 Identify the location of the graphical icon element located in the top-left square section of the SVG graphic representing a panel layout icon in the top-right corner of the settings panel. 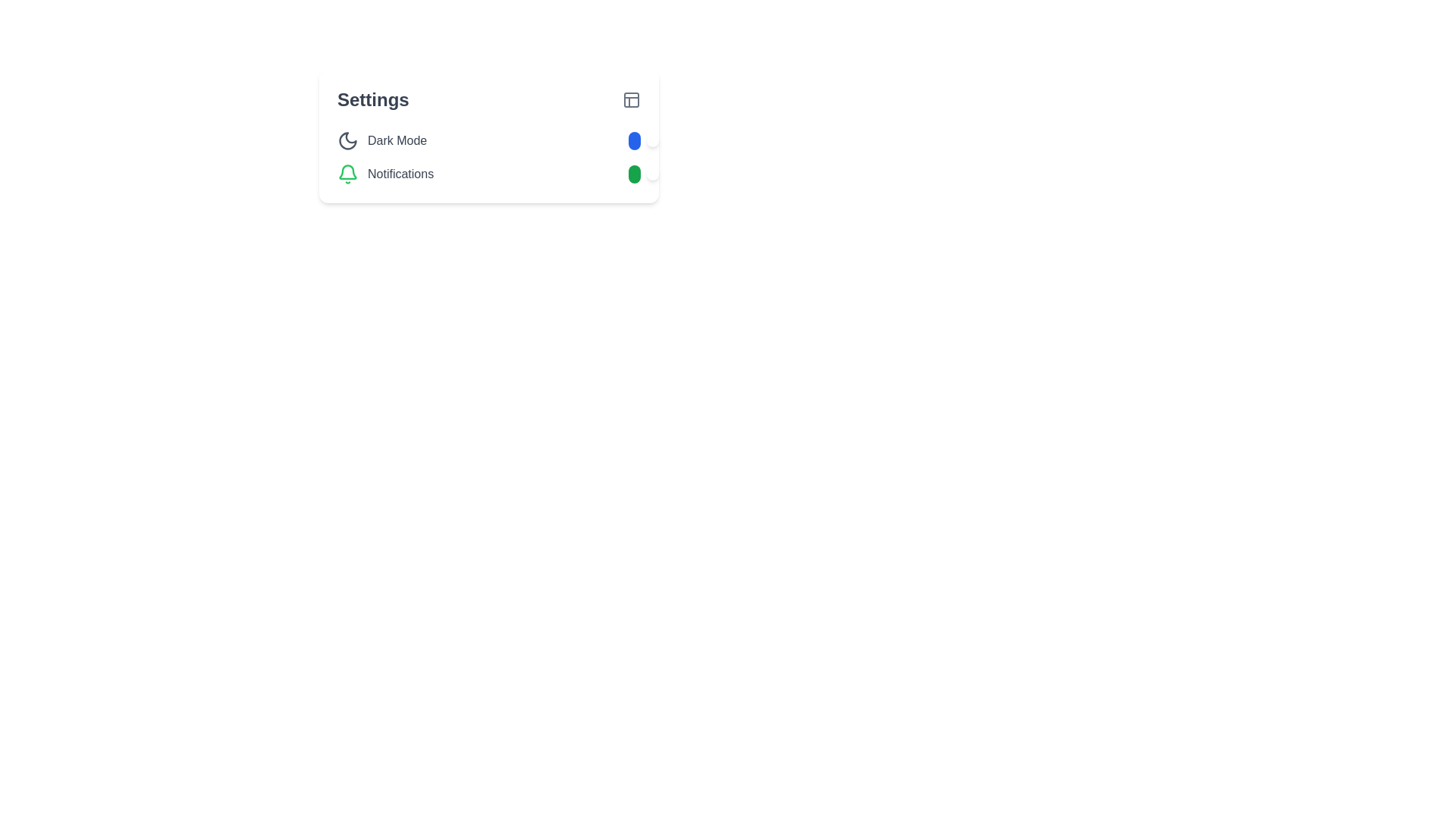
(632, 99).